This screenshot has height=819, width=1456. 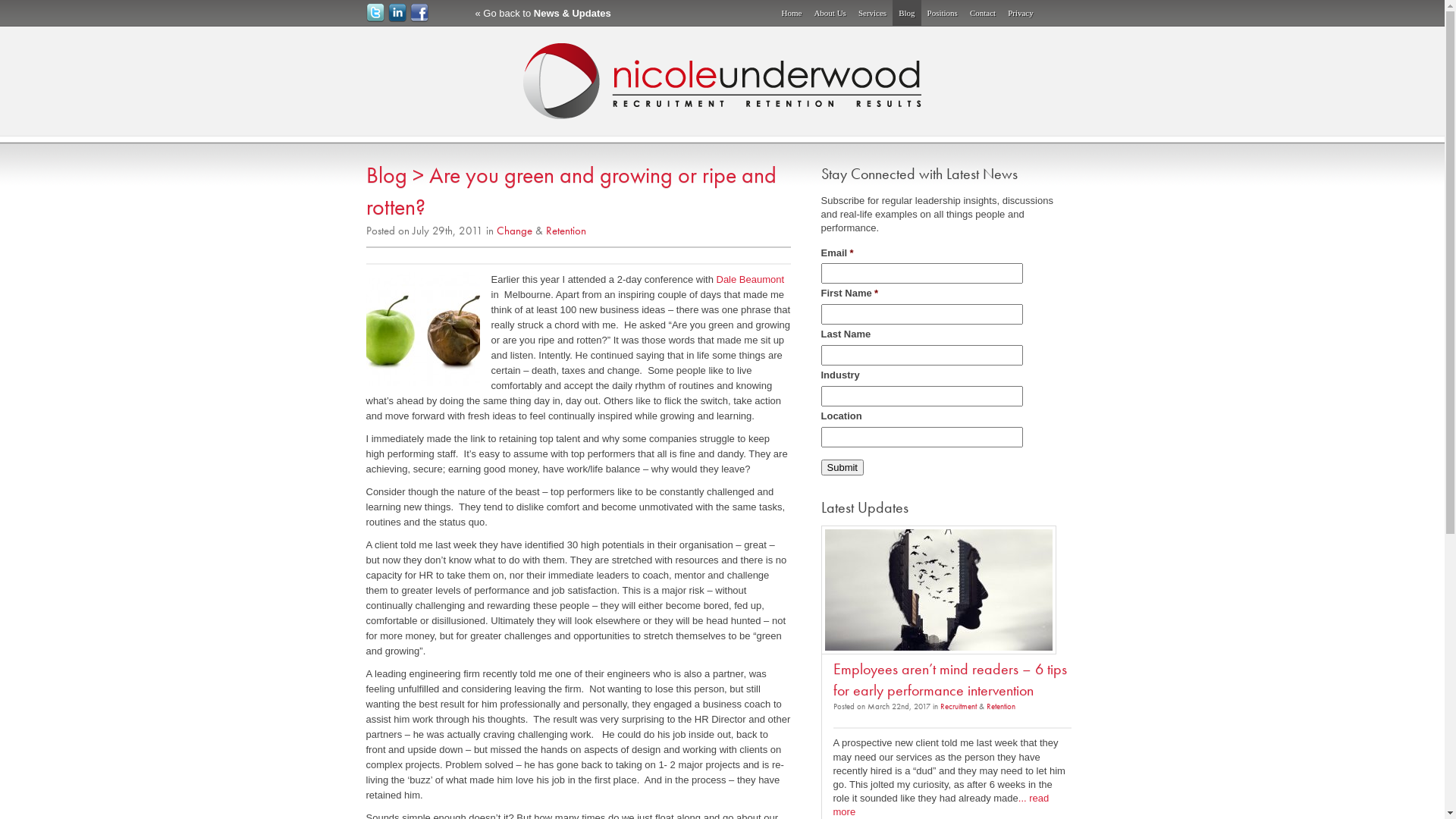 I want to click on 'About Us', so click(x=807, y=12).